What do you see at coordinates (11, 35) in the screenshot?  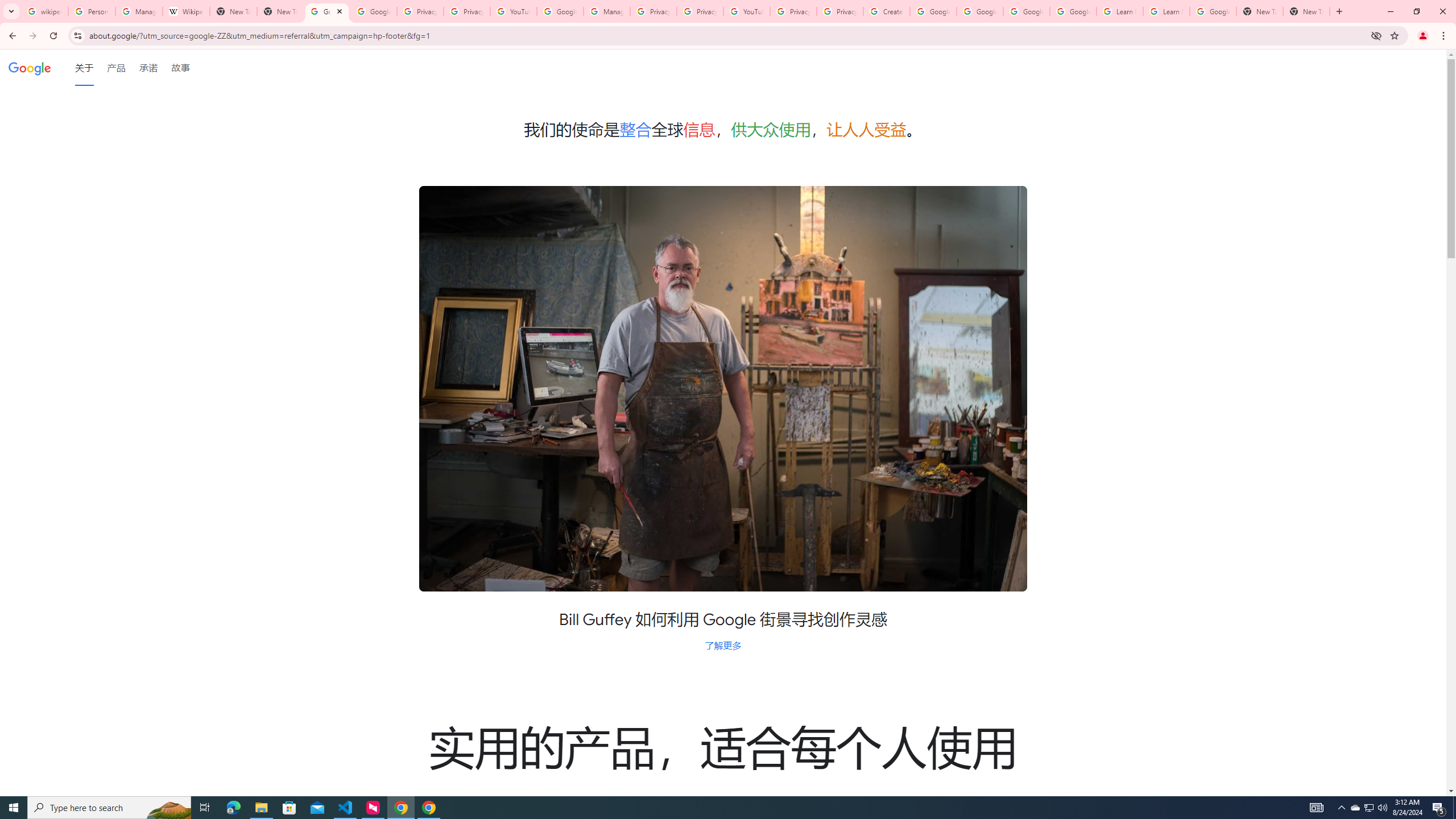 I see `'Back'` at bounding box center [11, 35].